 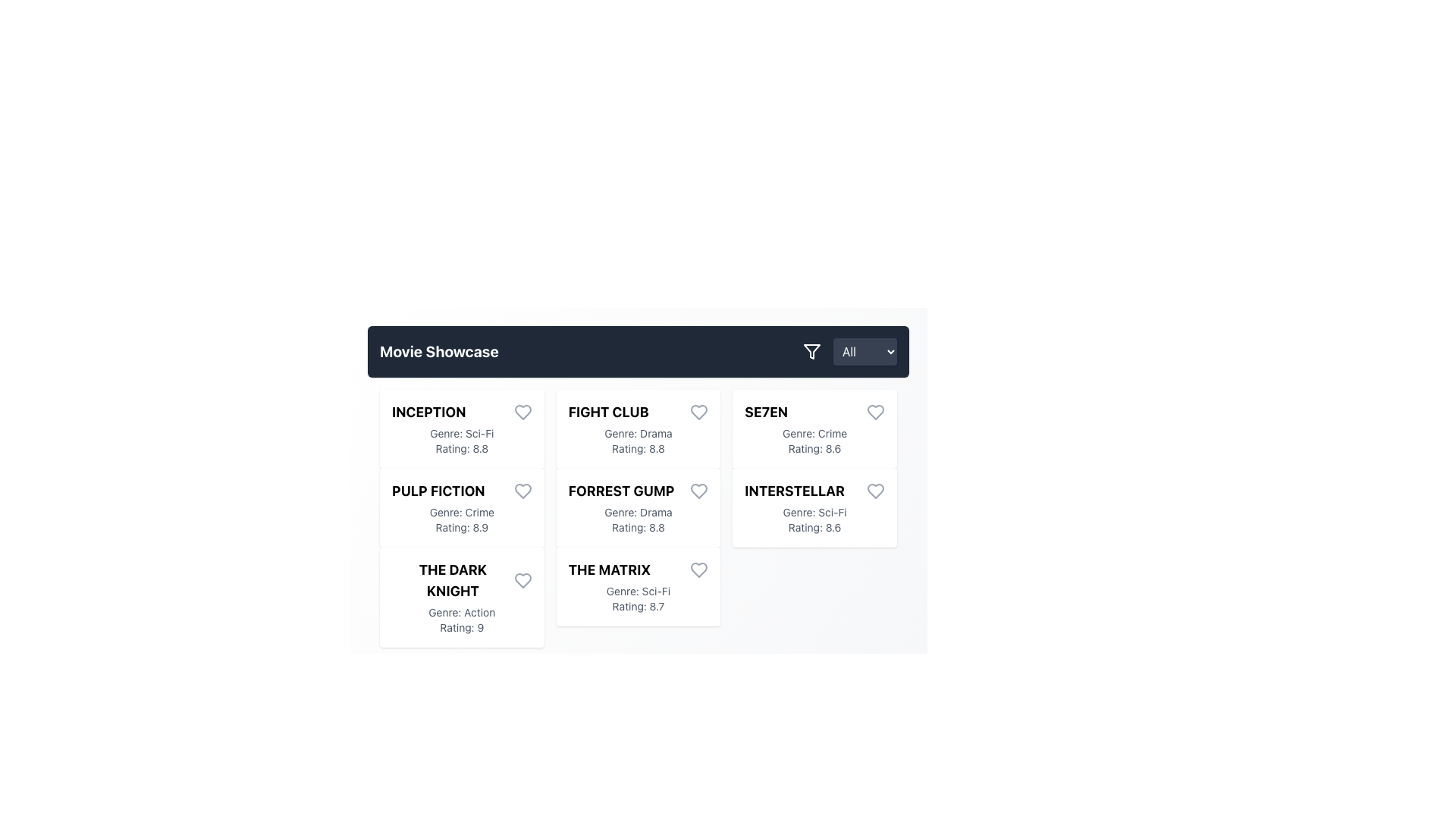 I want to click on the heart icon located in the last card of the bottom row of the grid layout, to the right of the text displaying 'Rating: 8.7', to favorite the movie, so click(x=698, y=570).